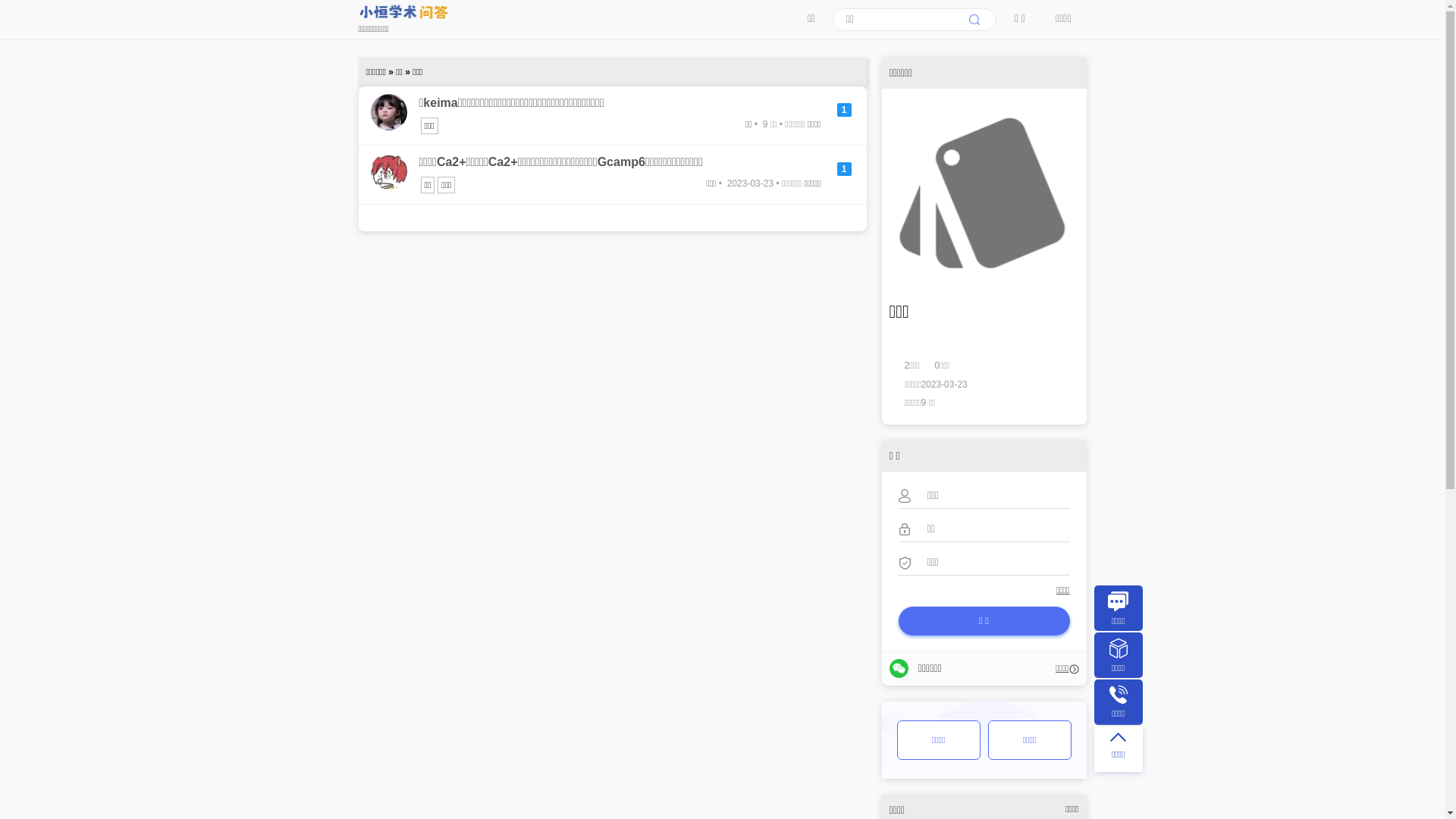 This screenshot has width=1456, height=819. I want to click on '1', so click(843, 169).